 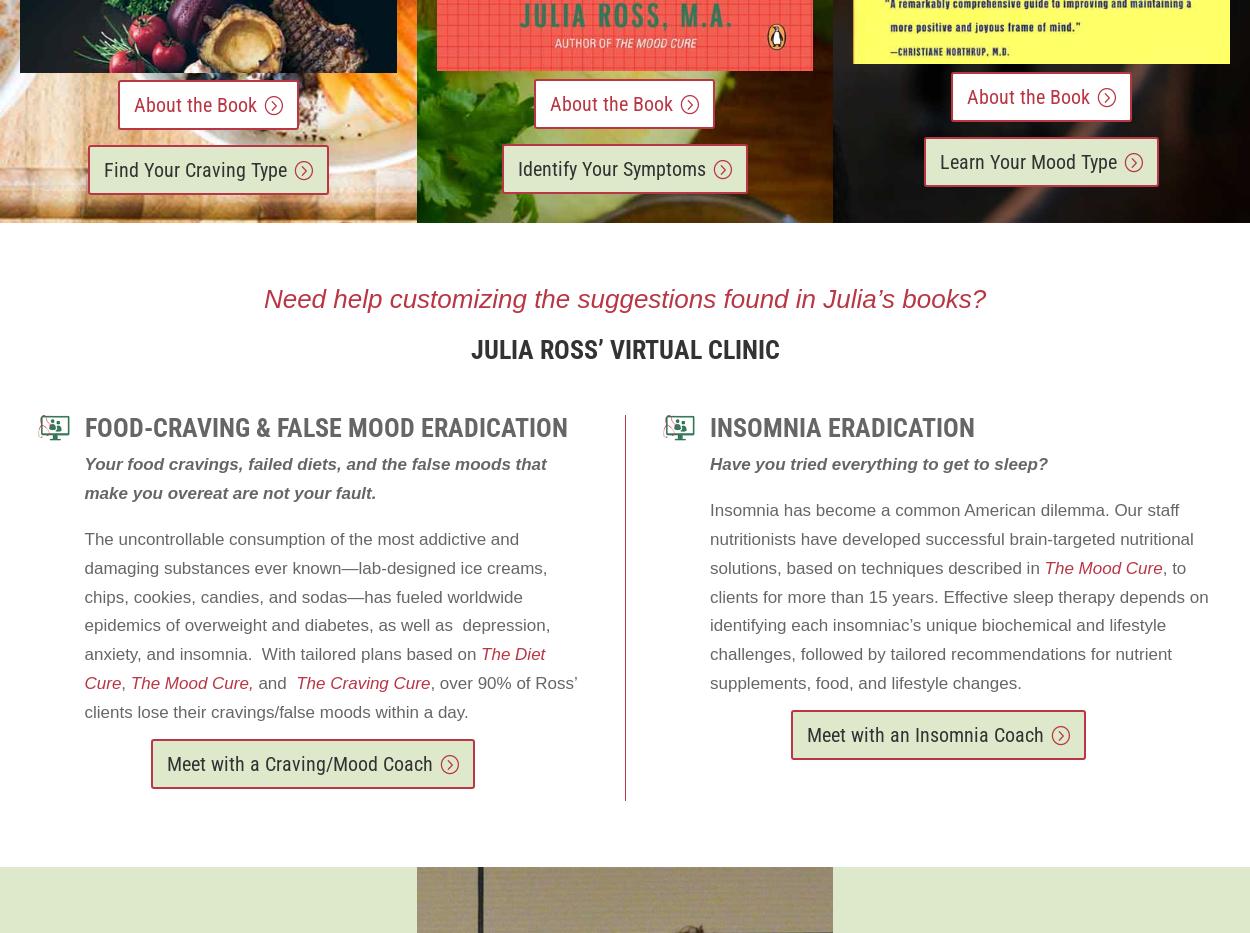 What do you see at coordinates (313, 667) in the screenshot?
I see `'The Diet Cure'` at bounding box center [313, 667].